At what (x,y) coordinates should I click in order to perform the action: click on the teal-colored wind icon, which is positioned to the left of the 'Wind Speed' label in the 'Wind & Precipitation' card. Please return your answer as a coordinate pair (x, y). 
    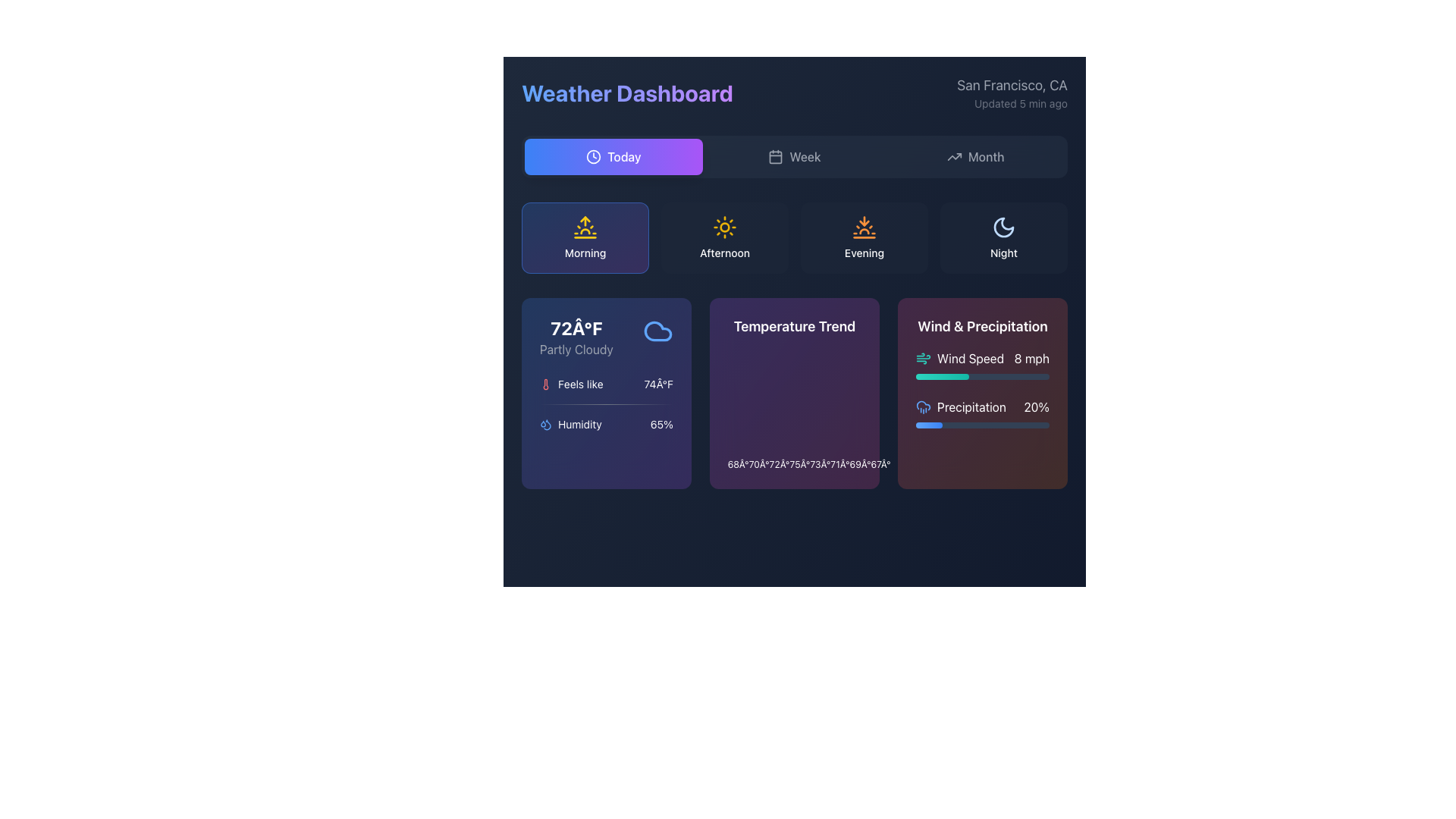
    Looking at the image, I should click on (923, 359).